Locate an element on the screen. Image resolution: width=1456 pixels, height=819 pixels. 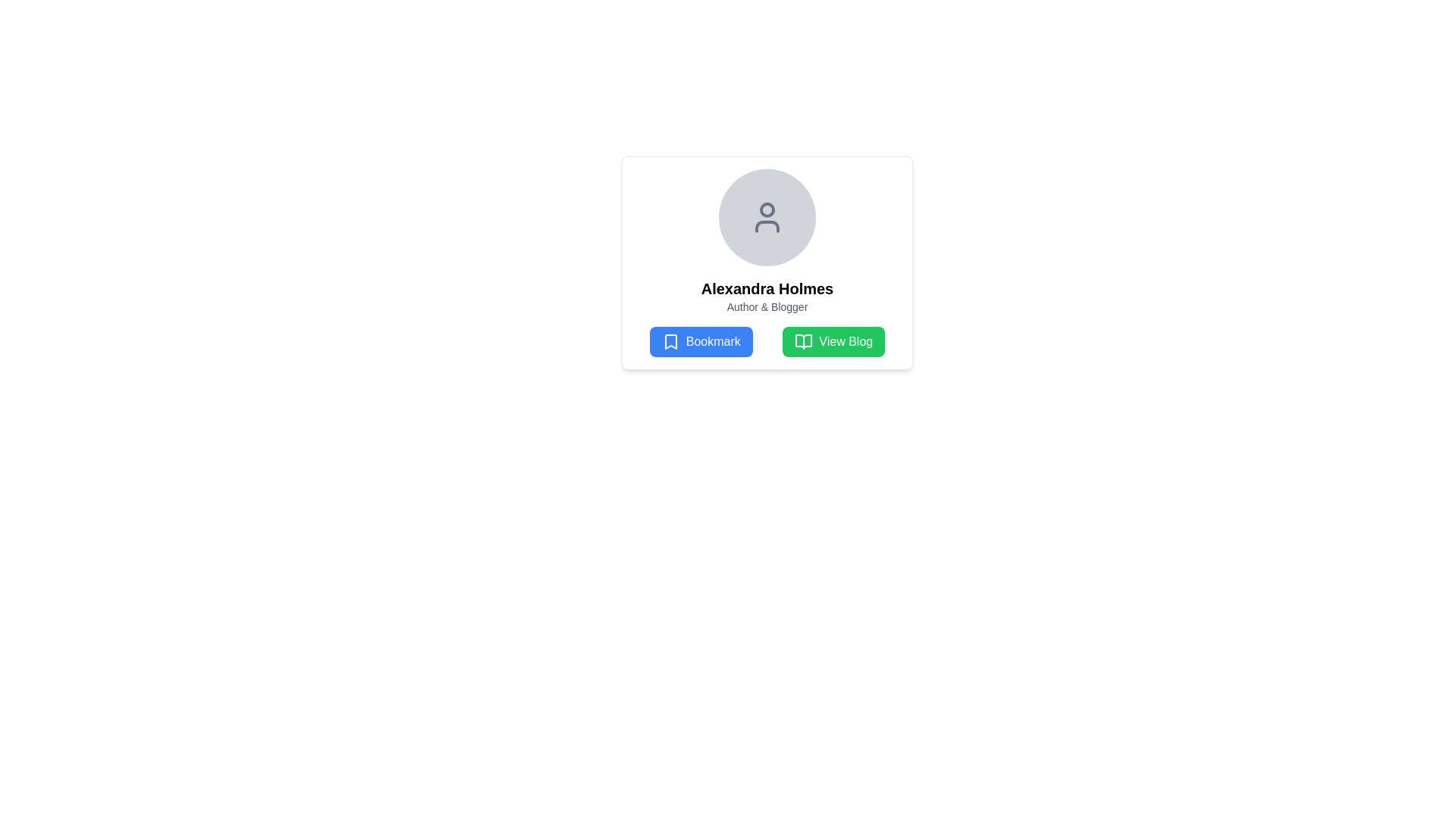
the icon located to the left of the 'View Blog' button, which visually enhances its purpose of navigating to the blog view is located at coordinates (803, 342).